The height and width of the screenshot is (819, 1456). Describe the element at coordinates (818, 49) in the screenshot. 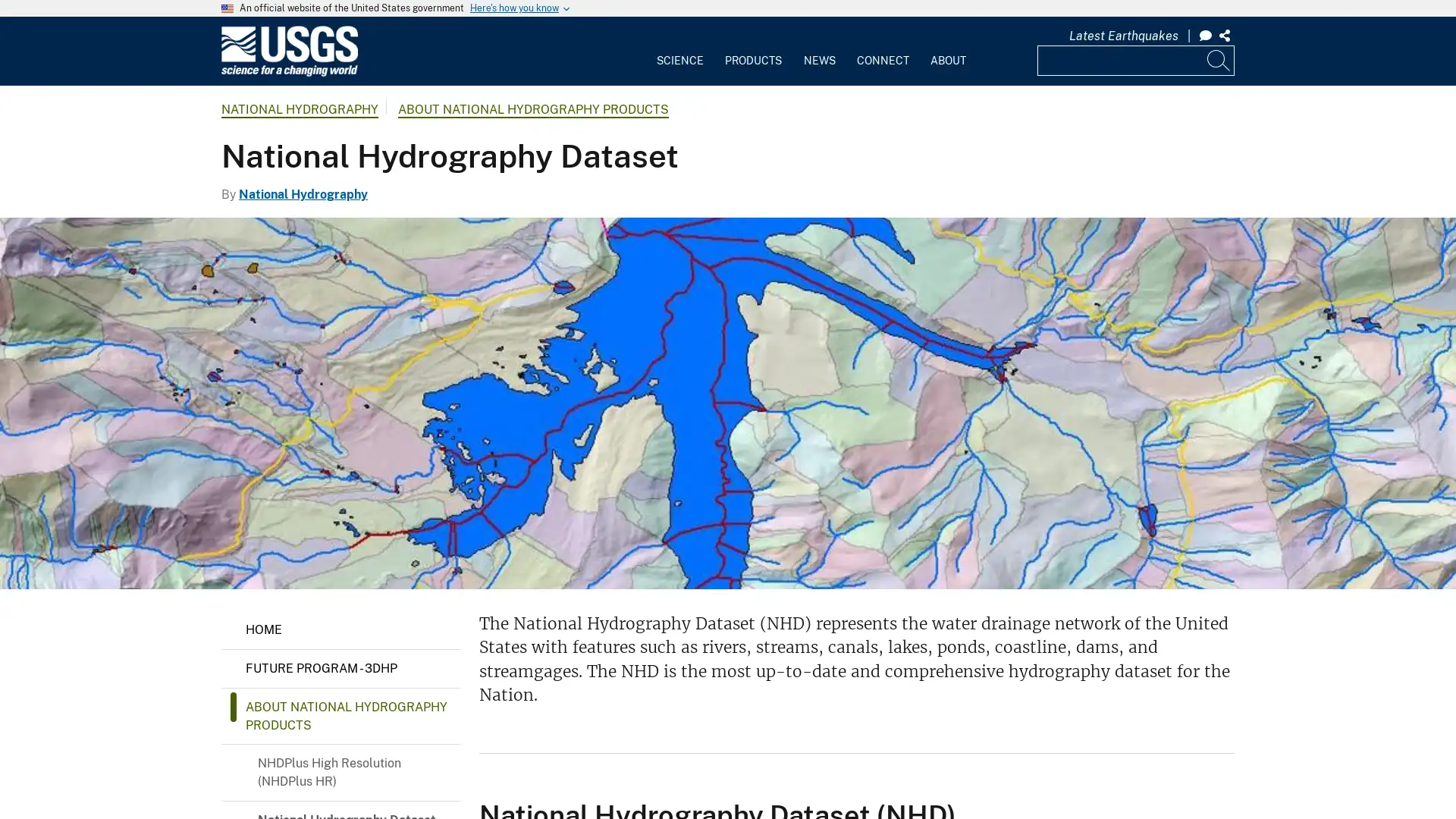

I see `NEWS` at that location.